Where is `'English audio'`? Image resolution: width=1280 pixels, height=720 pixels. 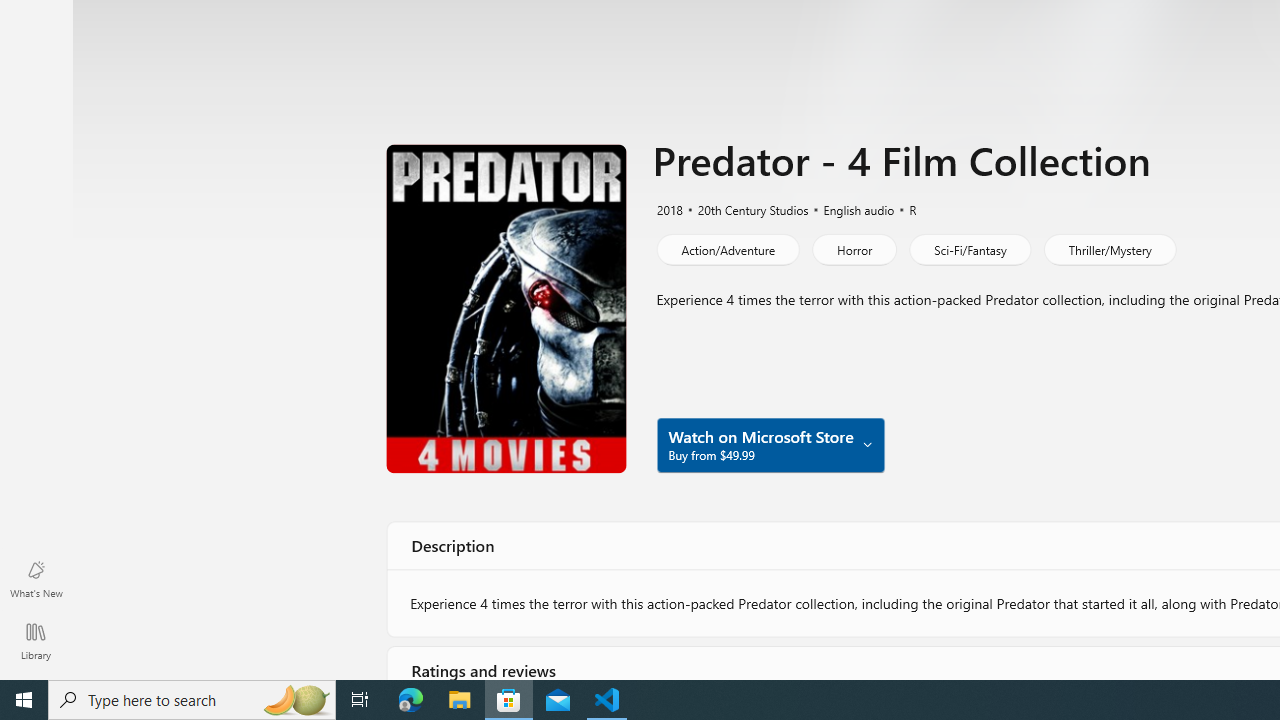 'English audio' is located at coordinates (850, 208).